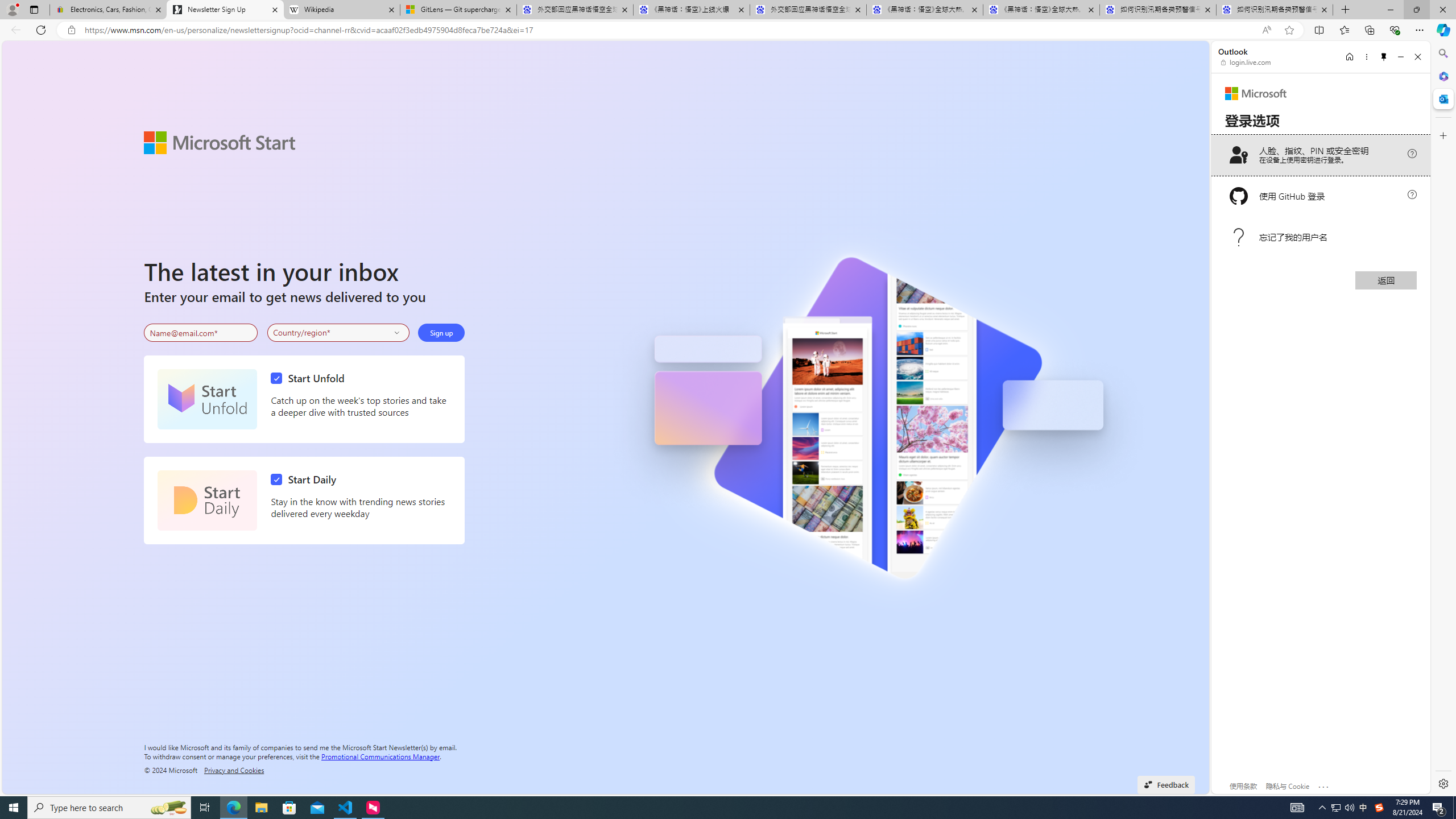  Describe the element at coordinates (206, 500) in the screenshot. I see `'Start Daily'` at that location.